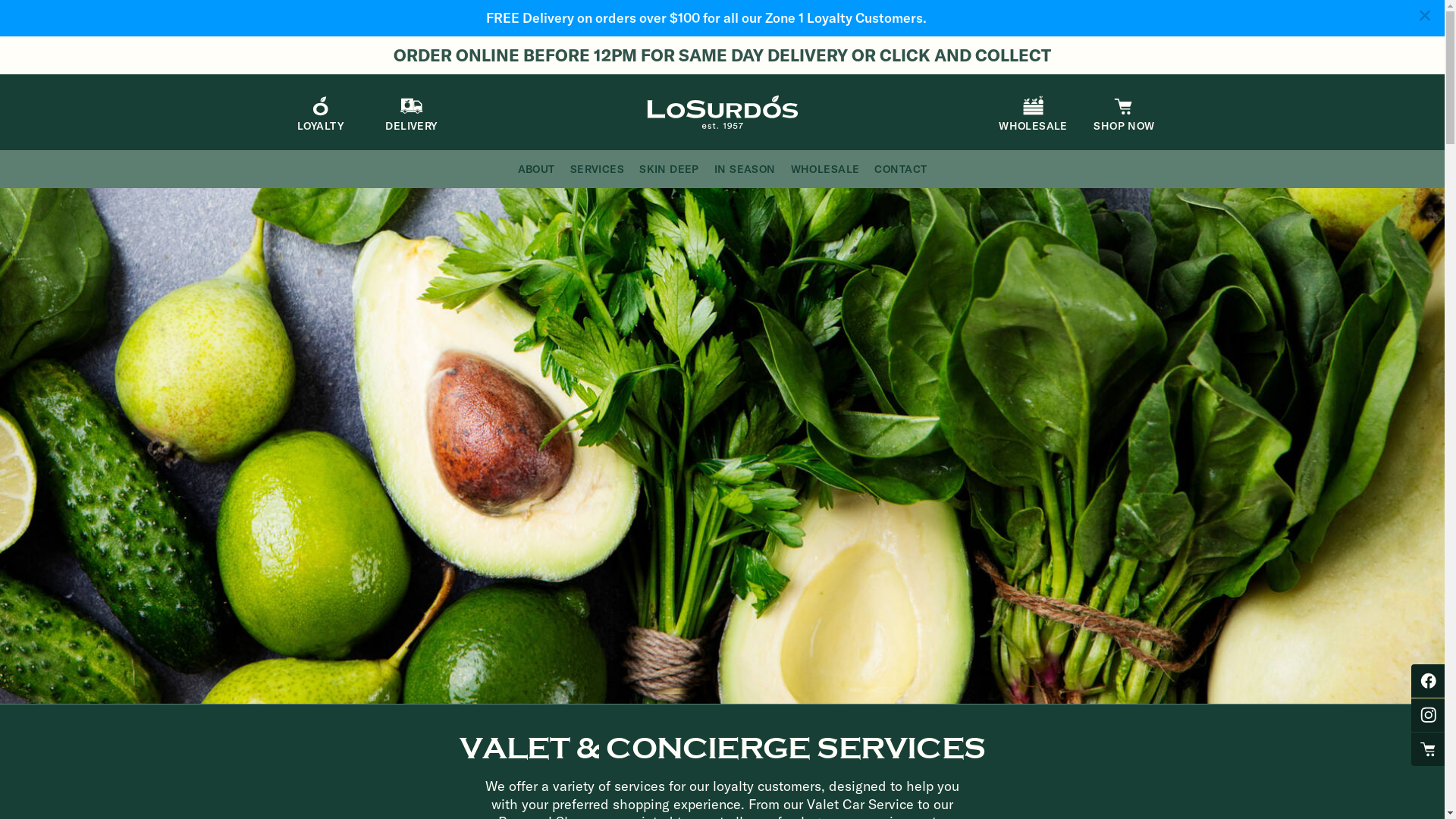 Image resolution: width=1456 pixels, height=819 pixels. Describe the element at coordinates (411, 113) in the screenshot. I see `'DELIVERY'` at that location.